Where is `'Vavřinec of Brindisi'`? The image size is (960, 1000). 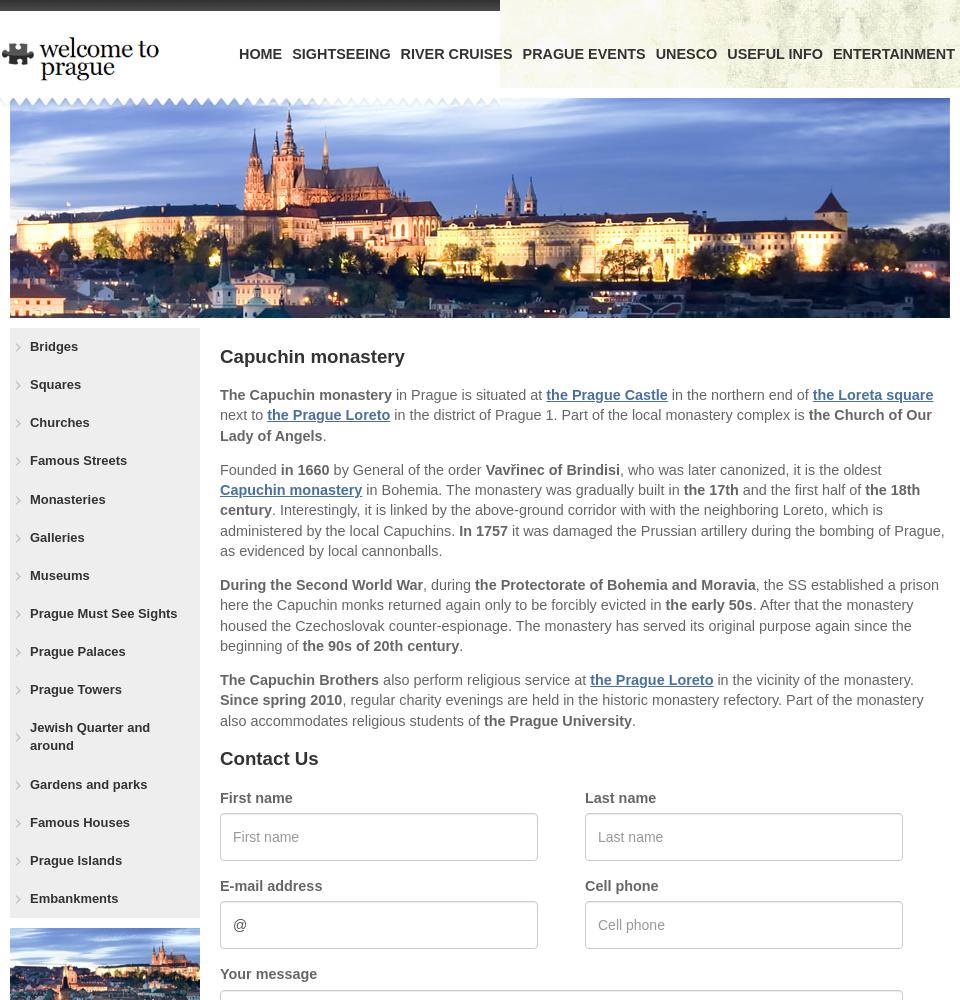 'Vavřinec of Brindisi' is located at coordinates (552, 469).